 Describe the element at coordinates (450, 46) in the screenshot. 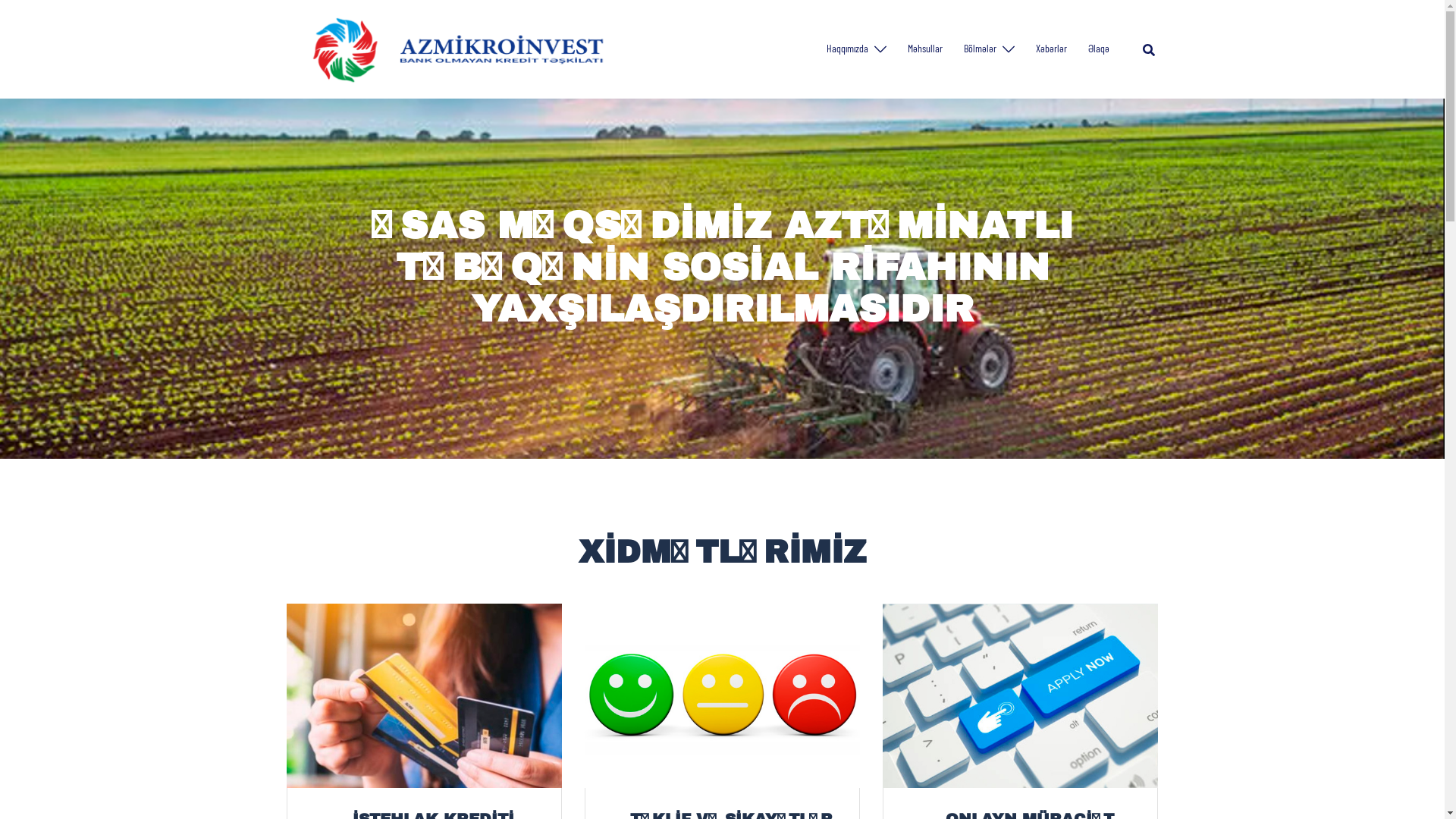

I see `'Azmikroinvest'` at that location.